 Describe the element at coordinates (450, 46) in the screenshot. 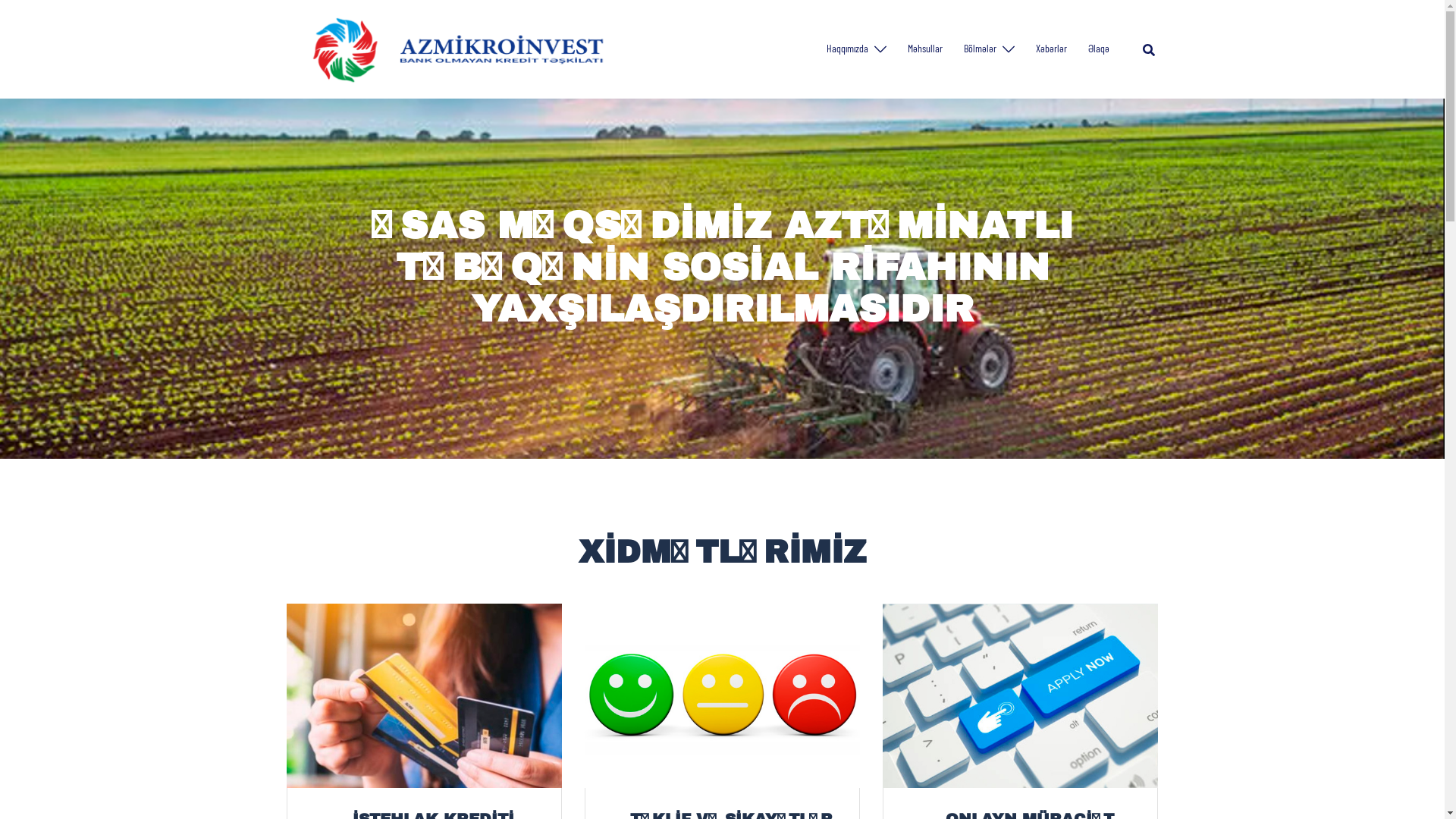

I see `'Azmikroinvest'` at that location.